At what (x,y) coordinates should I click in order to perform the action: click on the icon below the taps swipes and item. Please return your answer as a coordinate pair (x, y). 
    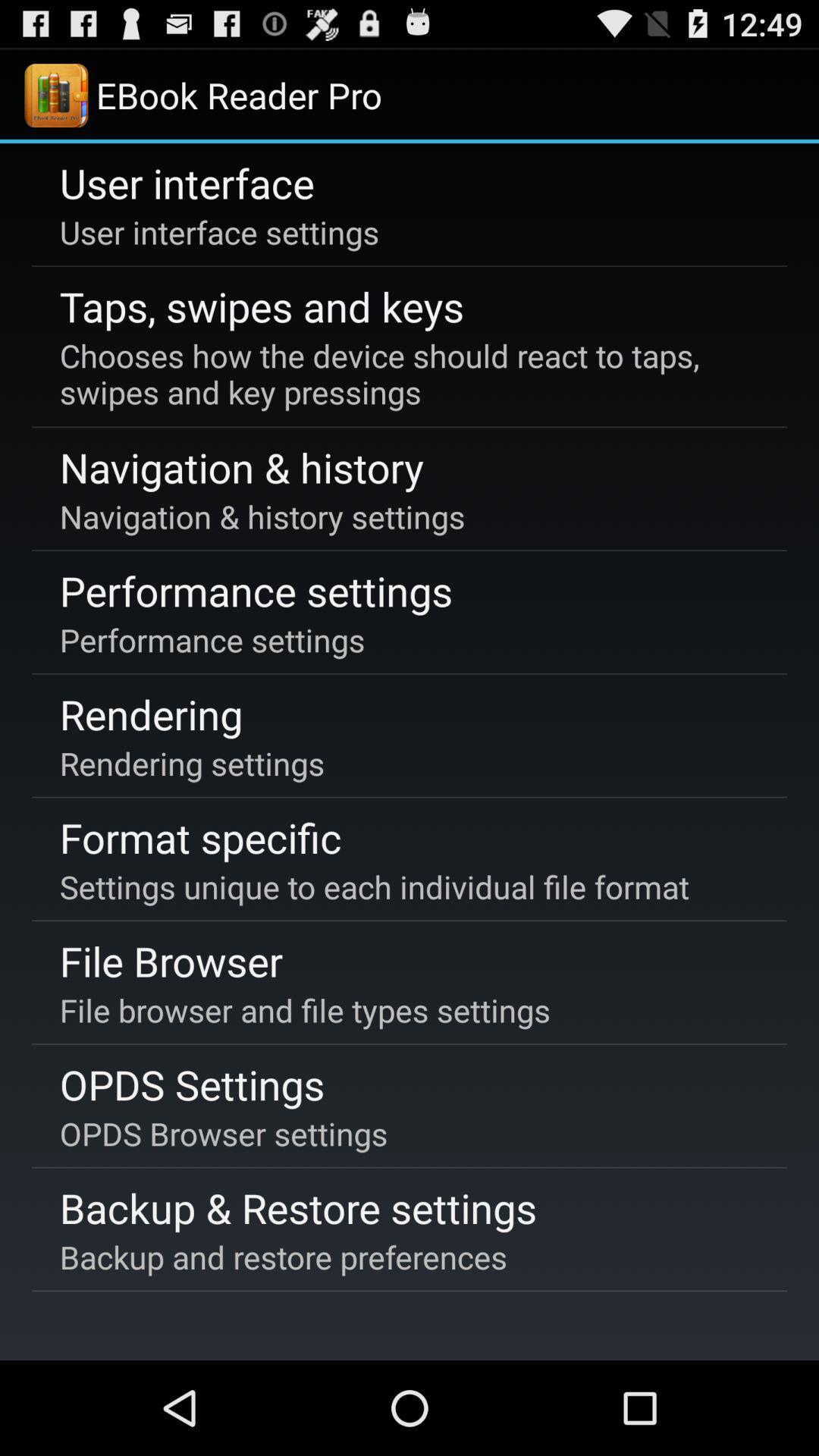
    Looking at the image, I should click on (406, 374).